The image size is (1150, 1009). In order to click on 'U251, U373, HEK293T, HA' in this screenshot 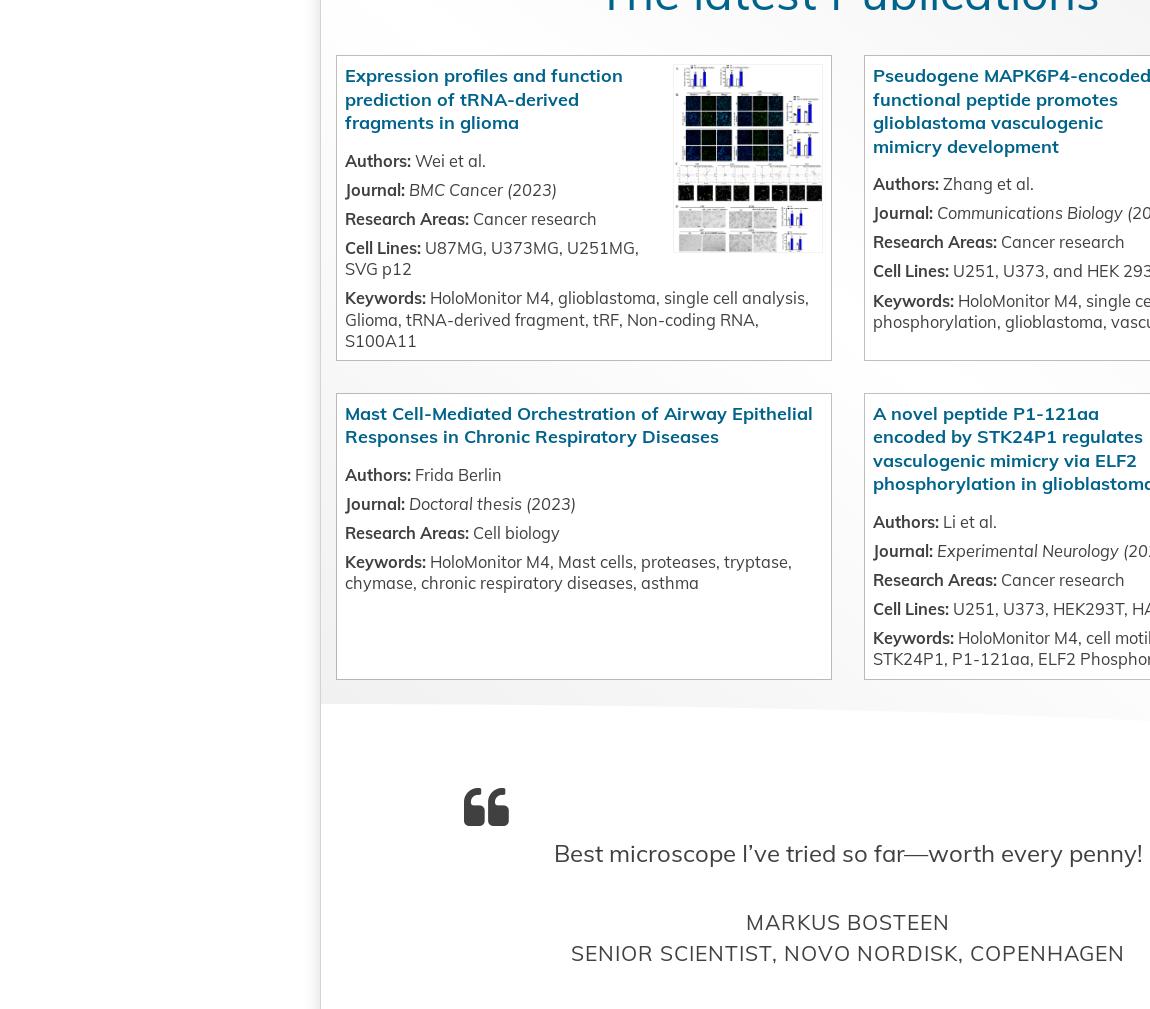, I will do `click(838, 771)`.